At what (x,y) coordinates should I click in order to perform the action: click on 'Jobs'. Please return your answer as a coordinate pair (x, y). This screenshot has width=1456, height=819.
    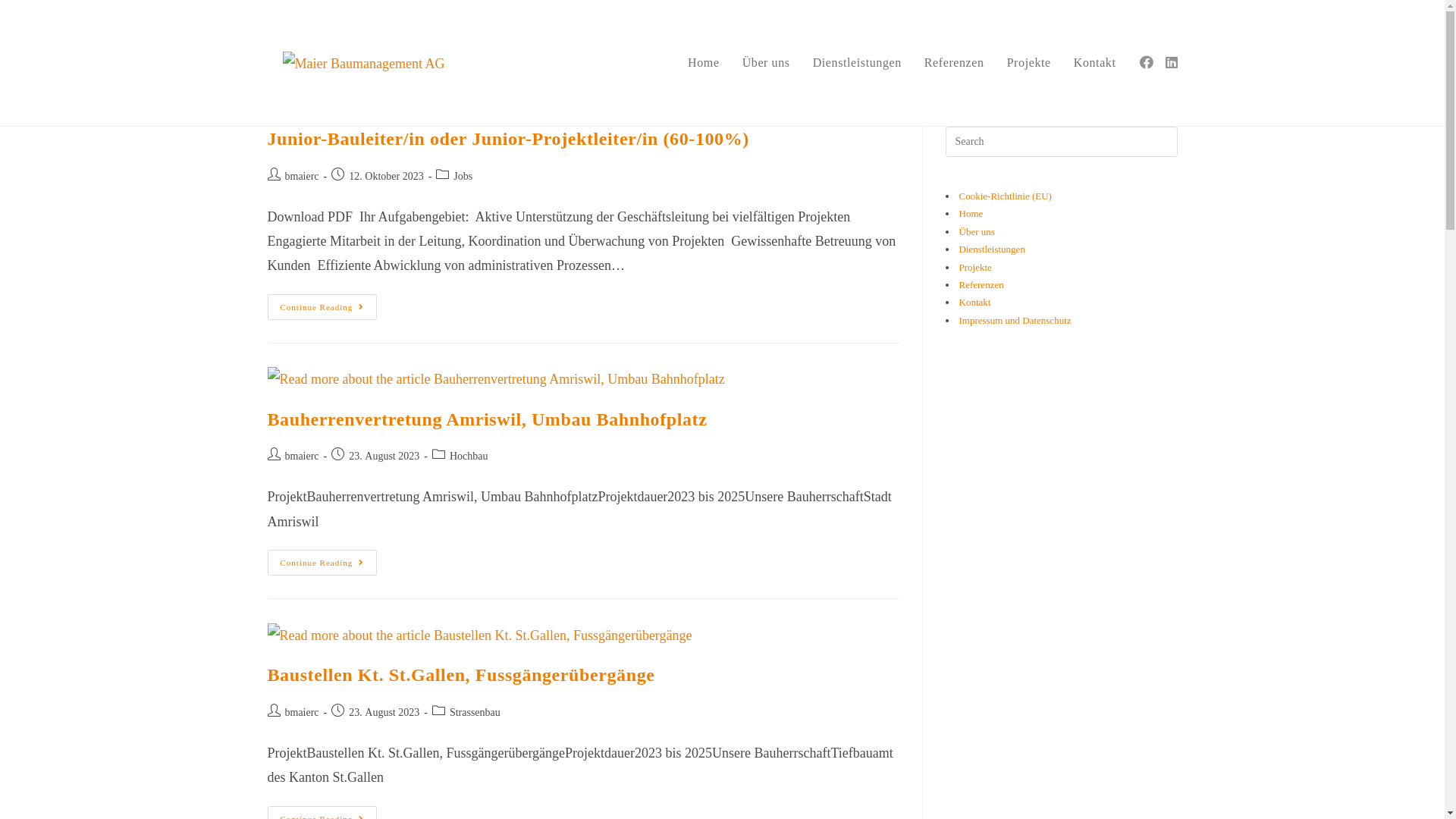
    Looking at the image, I should click on (453, 175).